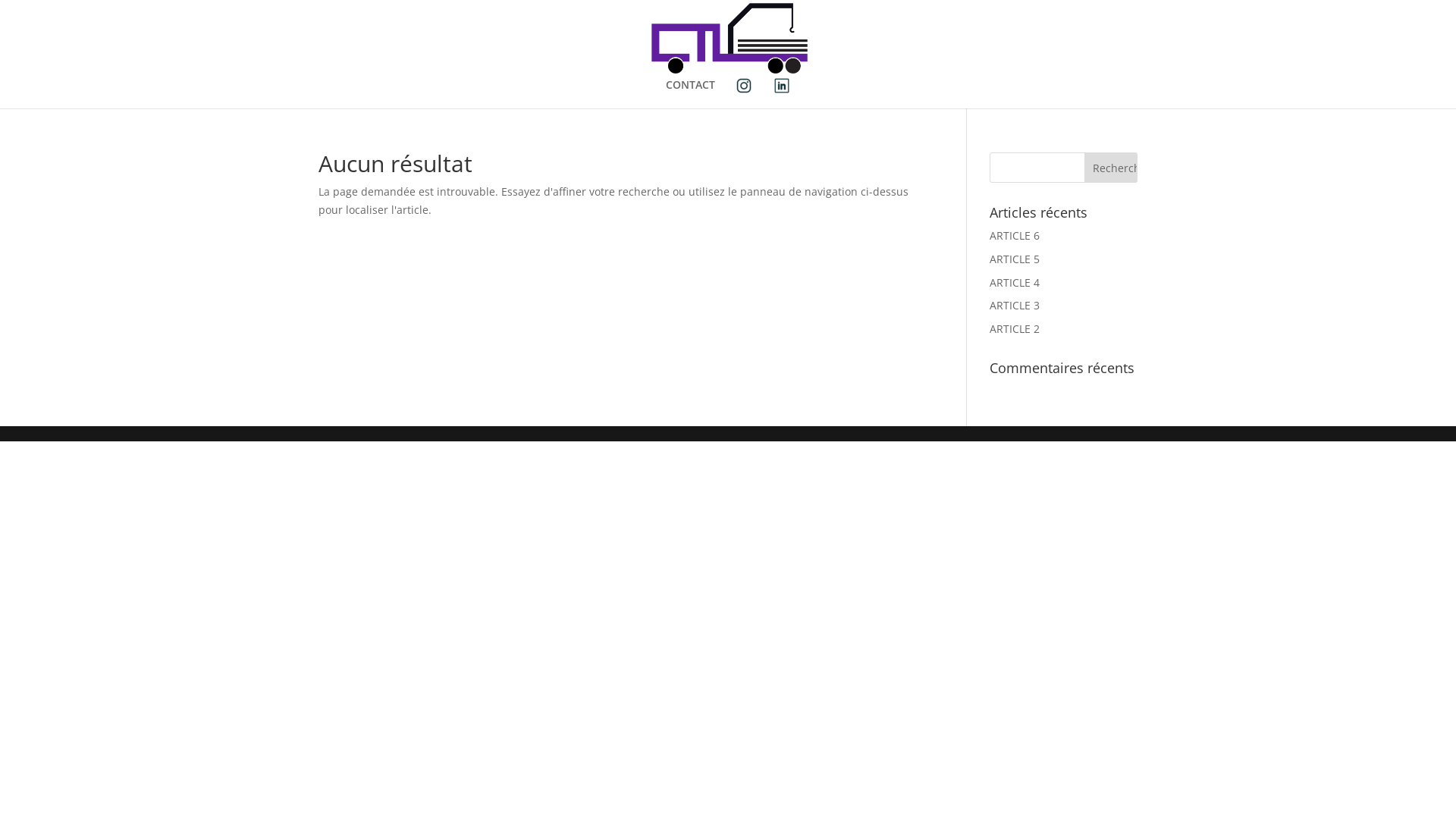 The image size is (1456, 819). What do you see at coordinates (1015, 235) in the screenshot?
I see `'ARTICLE 6'` at bounding box center [1015, 235].